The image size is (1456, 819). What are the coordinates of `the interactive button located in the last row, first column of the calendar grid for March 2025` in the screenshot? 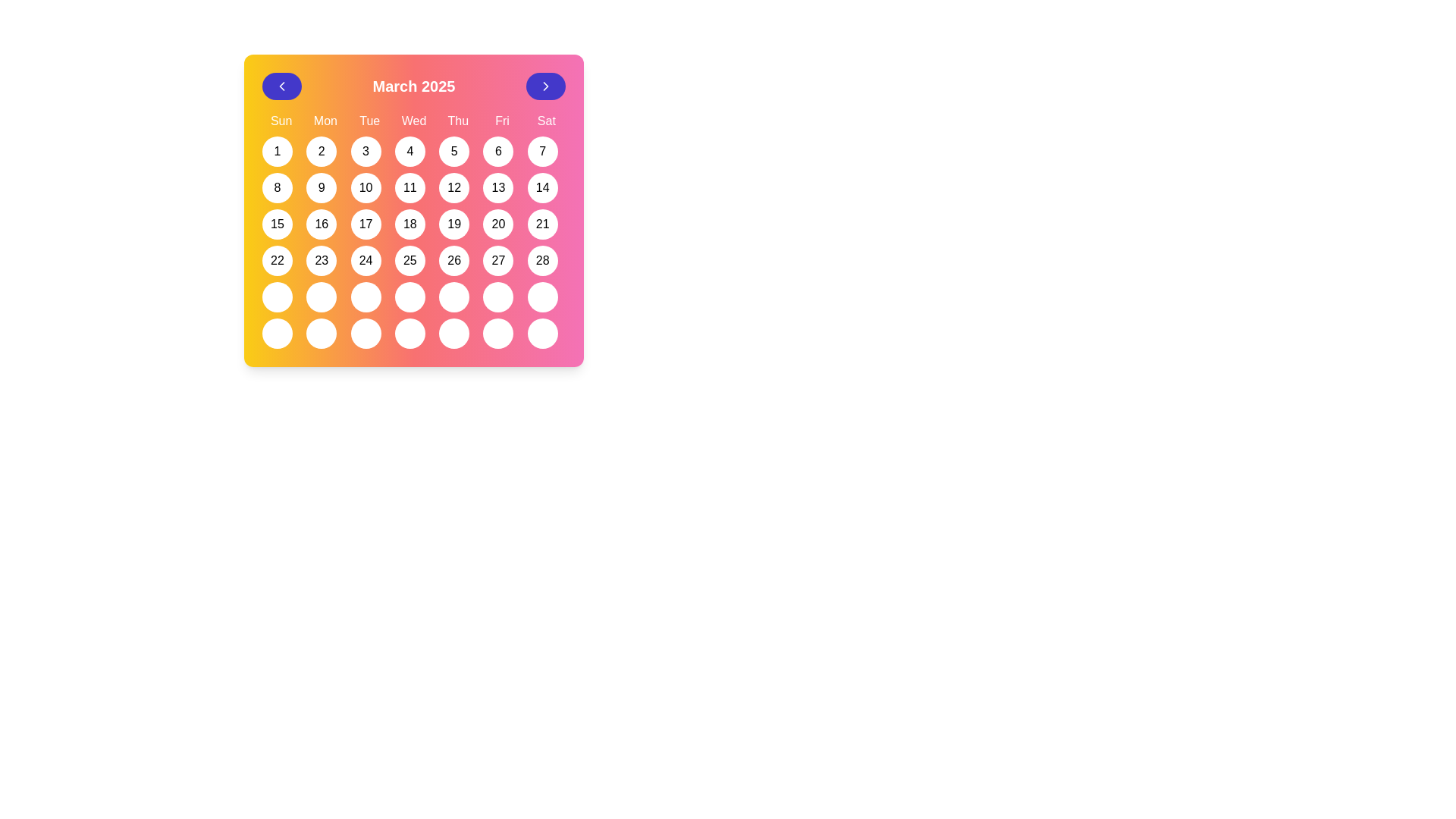 It's located at (277, 297).